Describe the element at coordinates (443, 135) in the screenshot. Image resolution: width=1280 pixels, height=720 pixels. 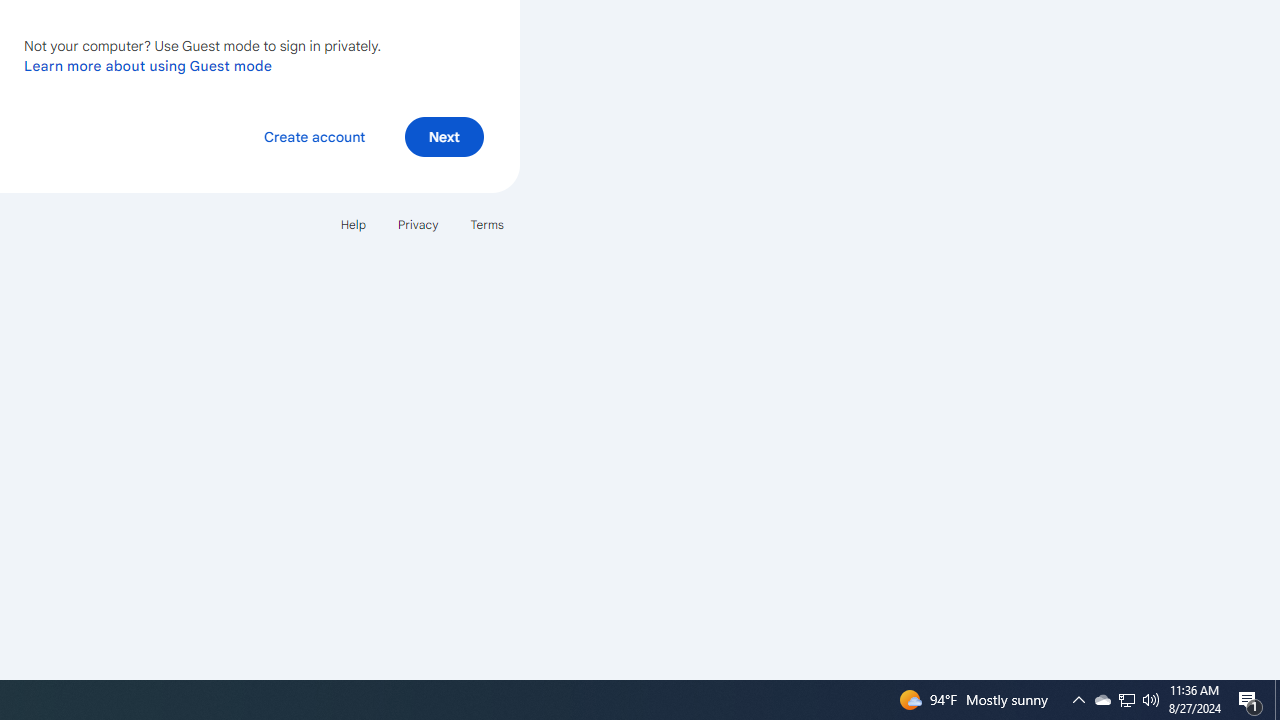
I see `'Next'` at that location.